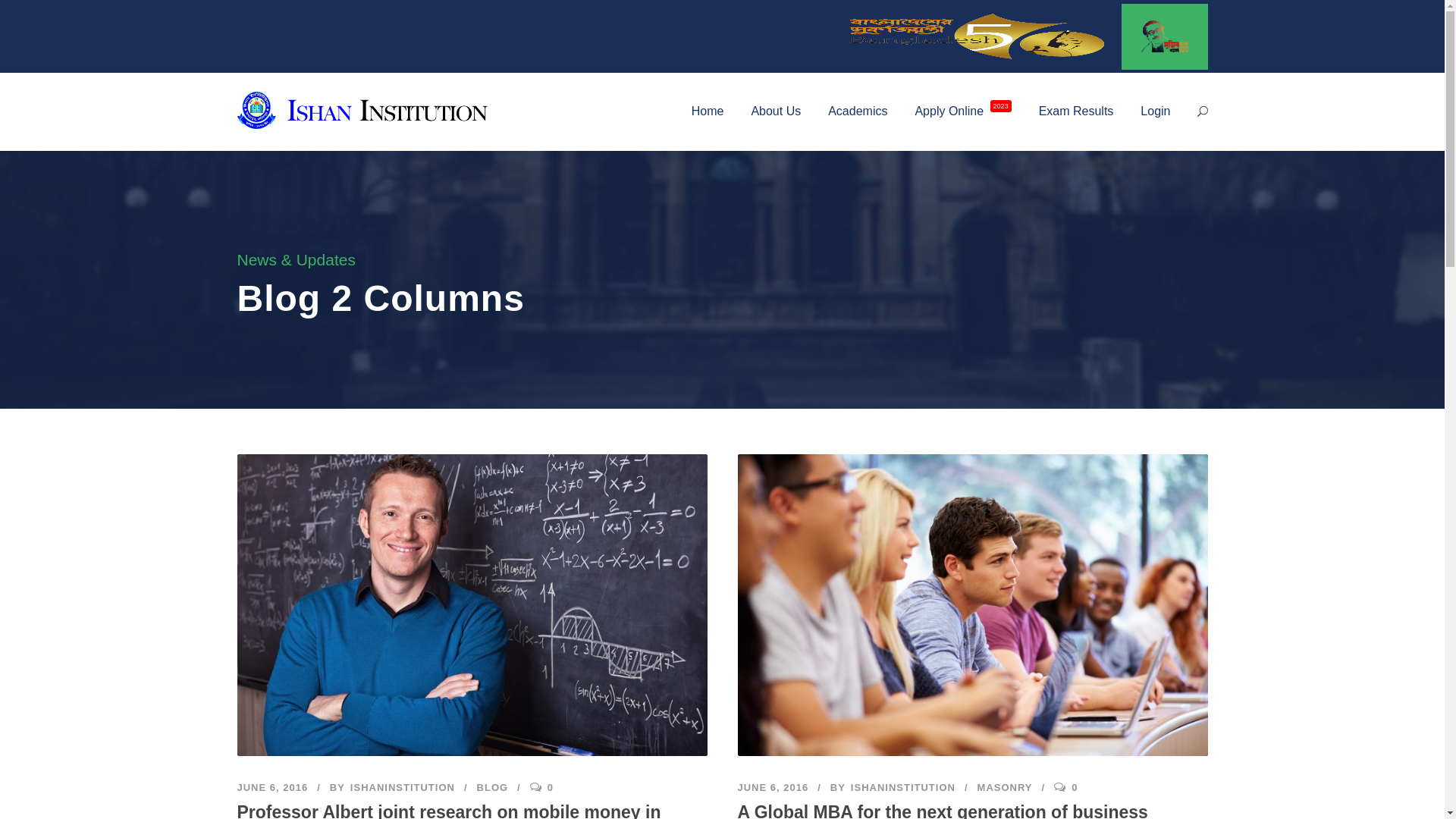 The height and width of the screenshot is (819, 1456). I want to click on 'Academics', so click(827, 123).